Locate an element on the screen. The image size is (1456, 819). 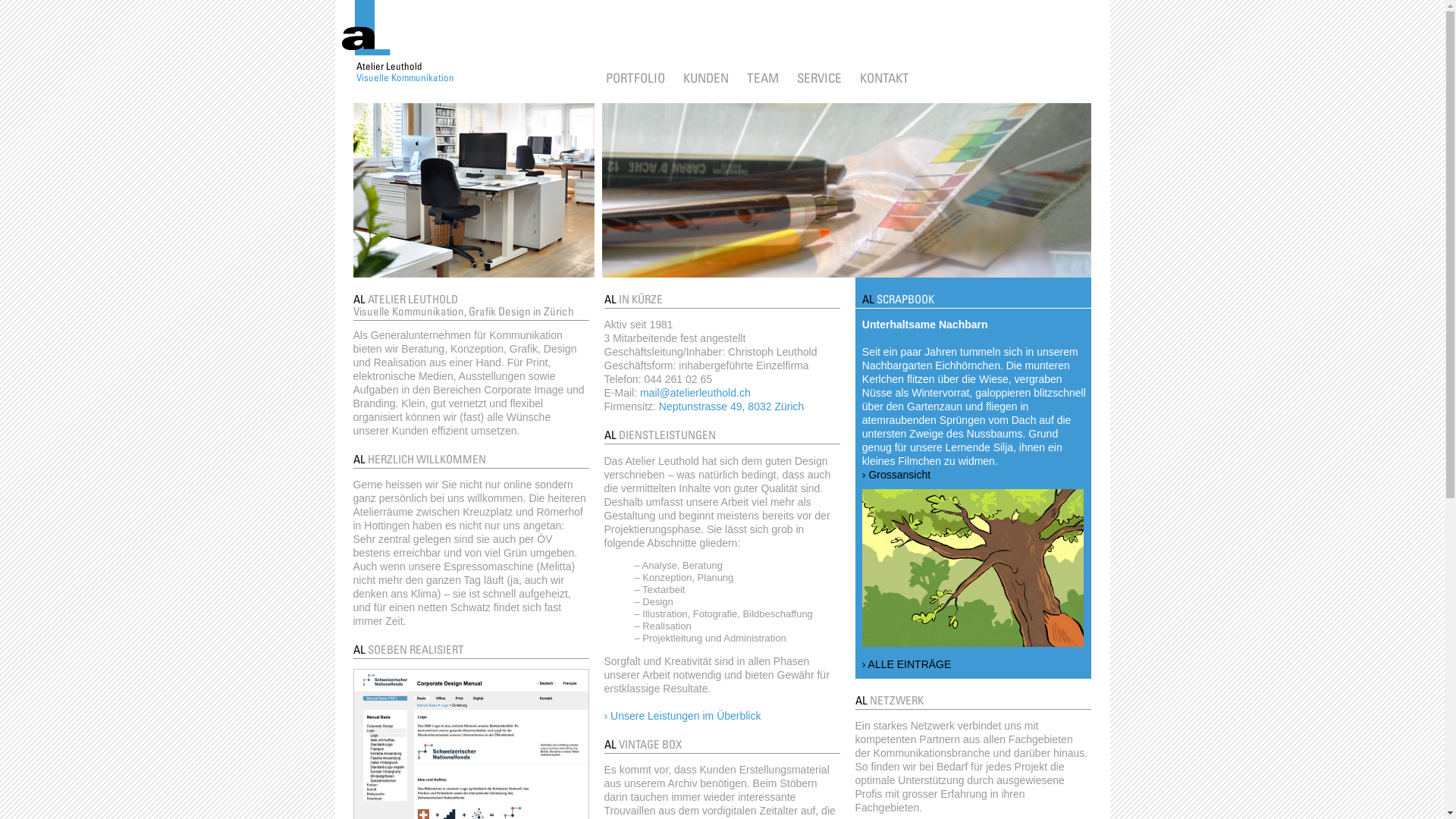
'TEAM' is located at coordinates (761, 77).